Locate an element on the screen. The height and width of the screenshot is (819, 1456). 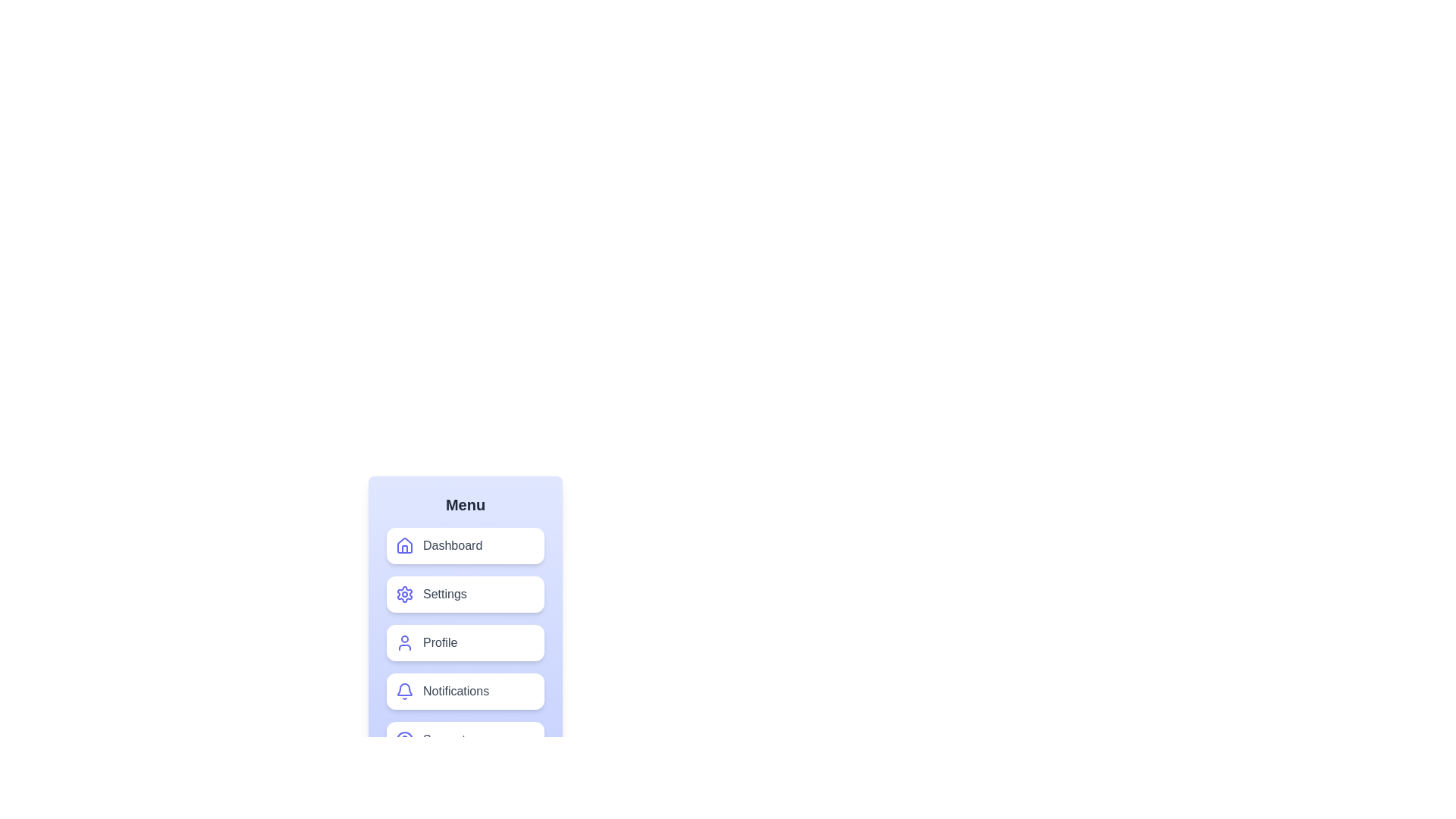
the purple circular icon with a question mark, located to the left of the 'Support' text in the options menu is located at coordinates (404, 739).